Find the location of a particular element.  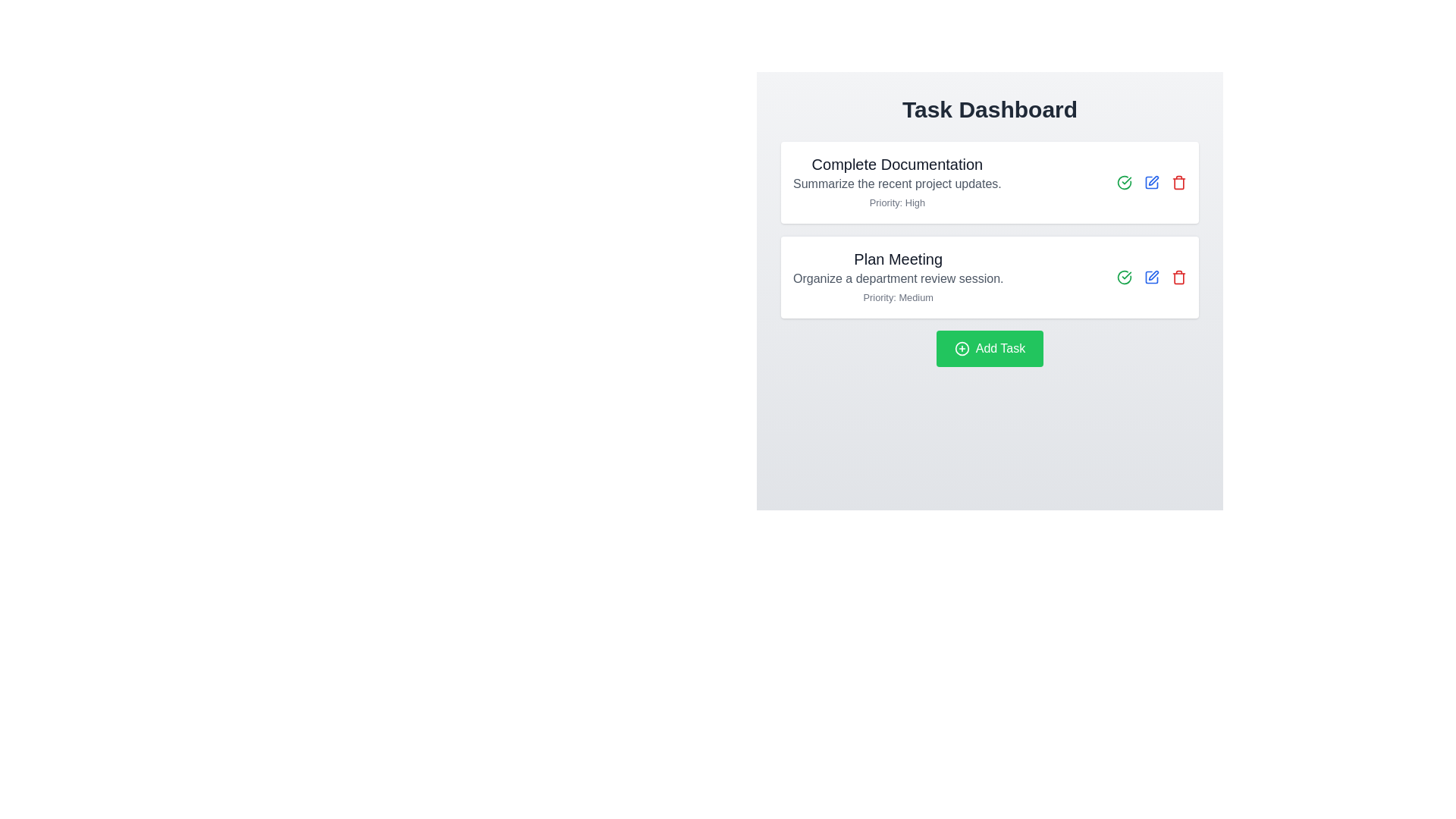

the button that allows users to add a new task to the dashboard is located at coordinates (990, 348).